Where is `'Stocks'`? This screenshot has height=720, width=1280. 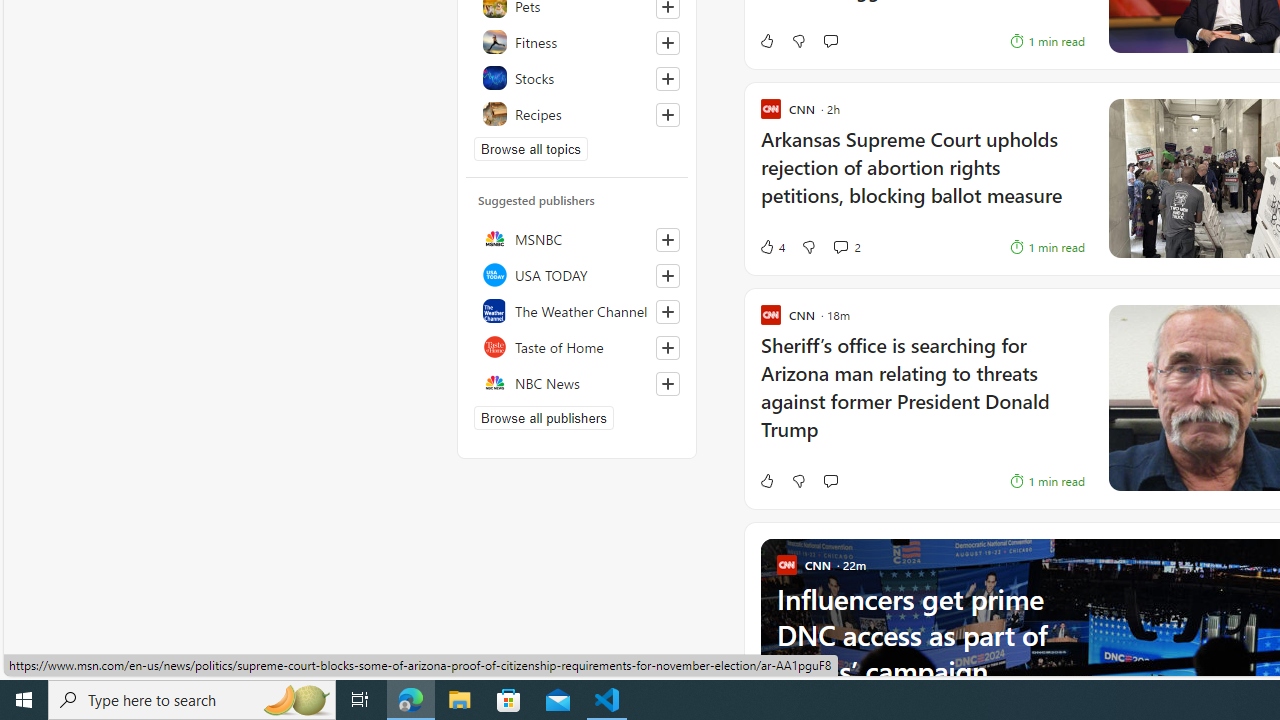
'Stocks' is located at coordinates (576, 77).